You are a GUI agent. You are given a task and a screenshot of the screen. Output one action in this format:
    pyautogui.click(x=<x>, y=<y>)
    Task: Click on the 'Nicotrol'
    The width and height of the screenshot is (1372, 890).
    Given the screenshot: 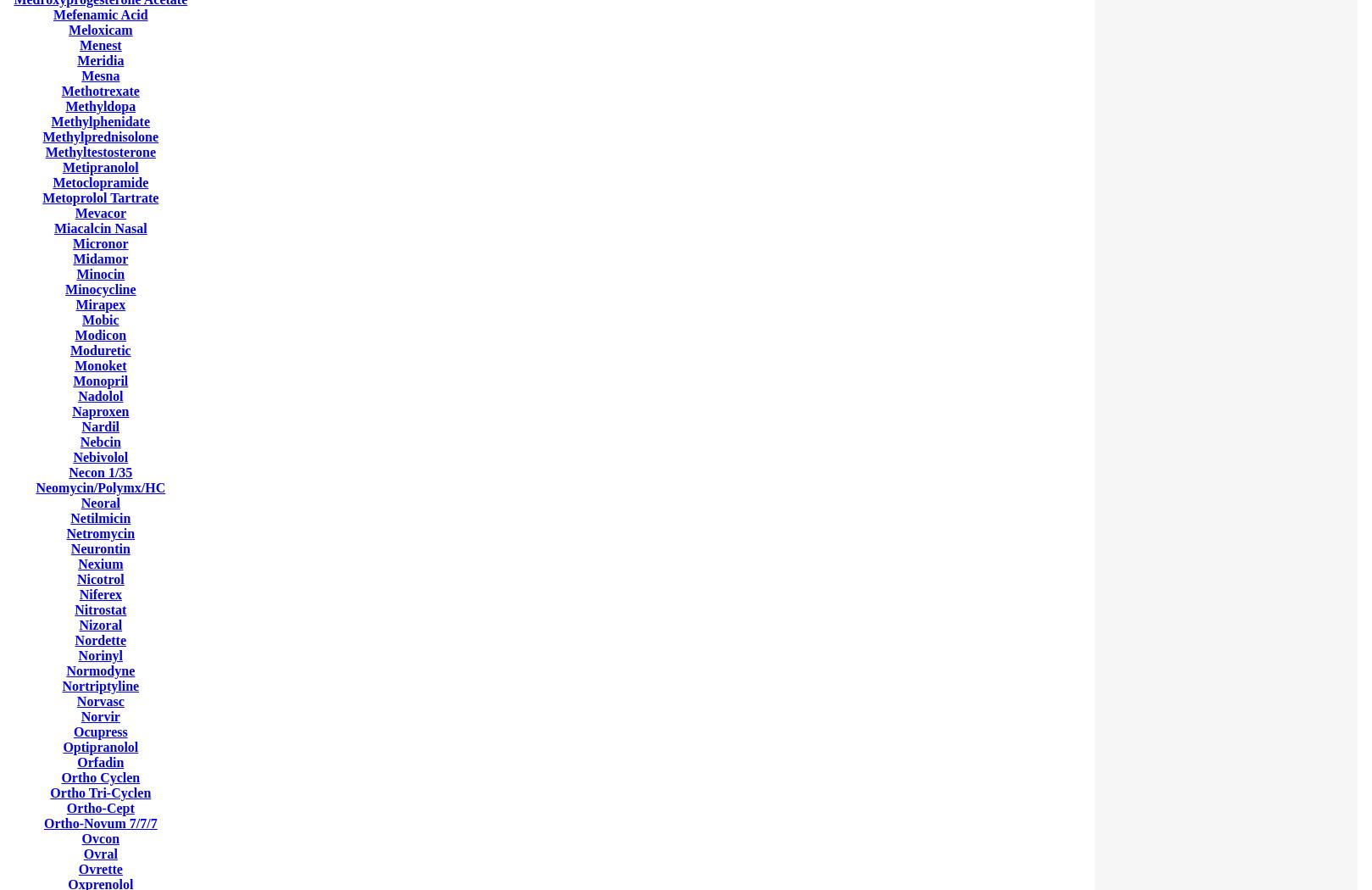 What is the action you would take?
    pyautogui.click(x=100, y=579)
    